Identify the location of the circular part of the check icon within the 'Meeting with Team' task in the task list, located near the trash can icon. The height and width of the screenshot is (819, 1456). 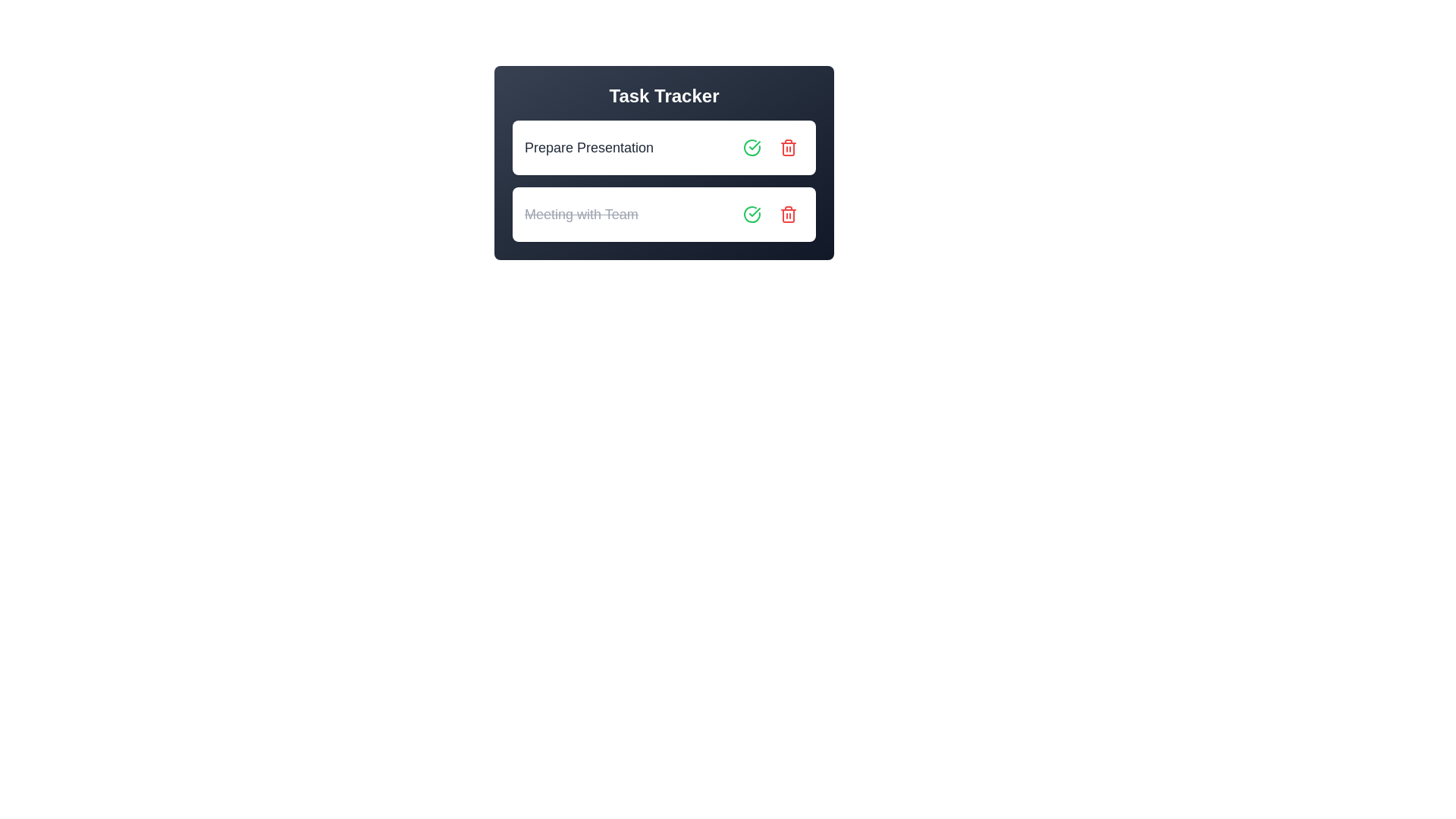
(752, 214).